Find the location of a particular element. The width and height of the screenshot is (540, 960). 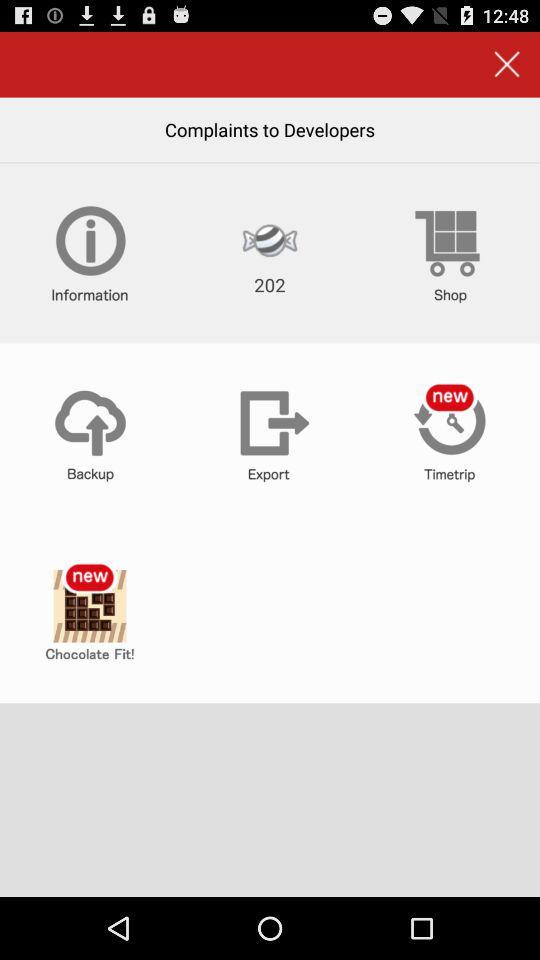

window is located at coordinates (507, 64).